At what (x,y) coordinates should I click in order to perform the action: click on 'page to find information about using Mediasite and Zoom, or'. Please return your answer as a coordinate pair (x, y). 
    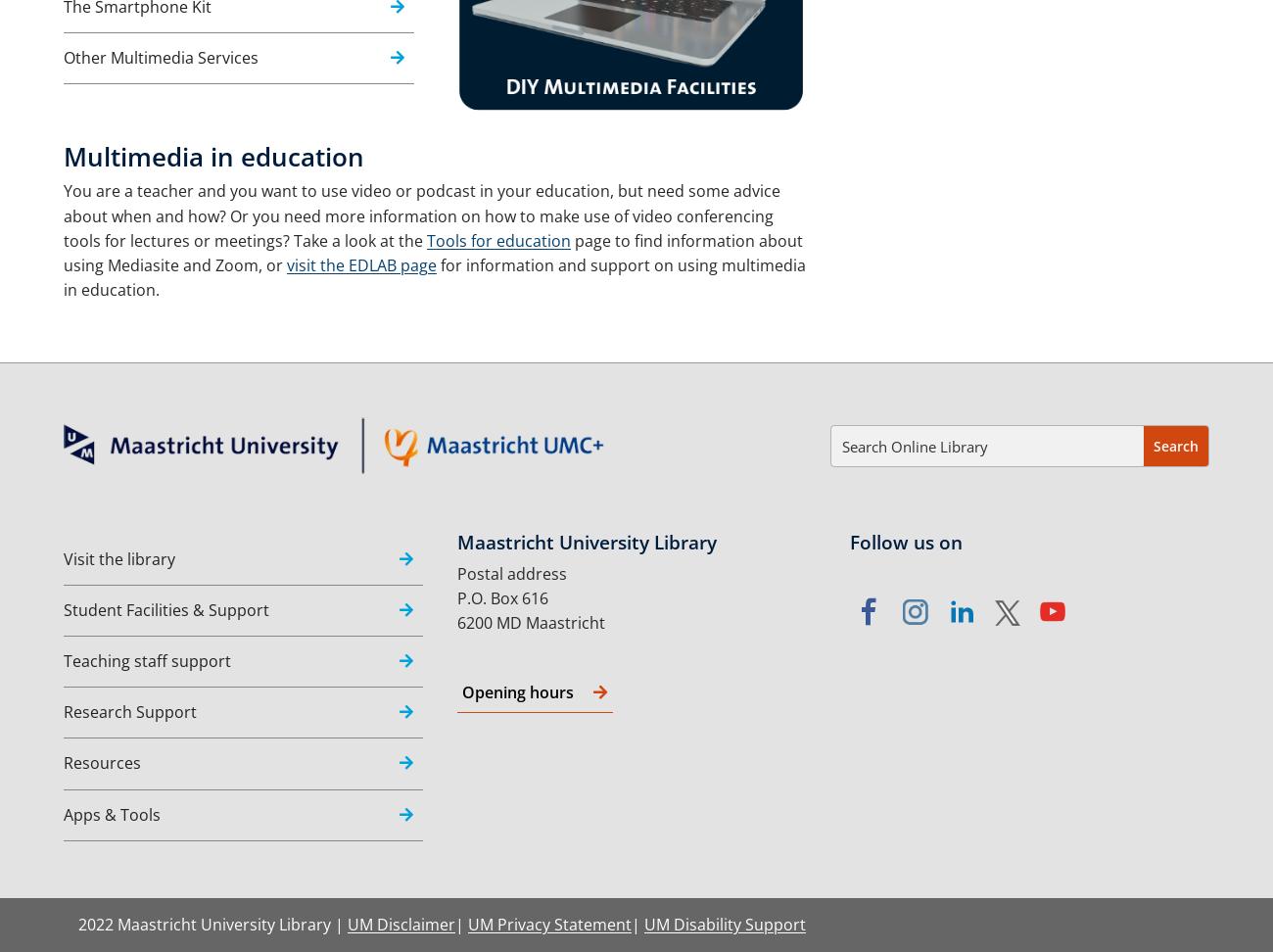
    Looking at the image, I should click on (432, 252).